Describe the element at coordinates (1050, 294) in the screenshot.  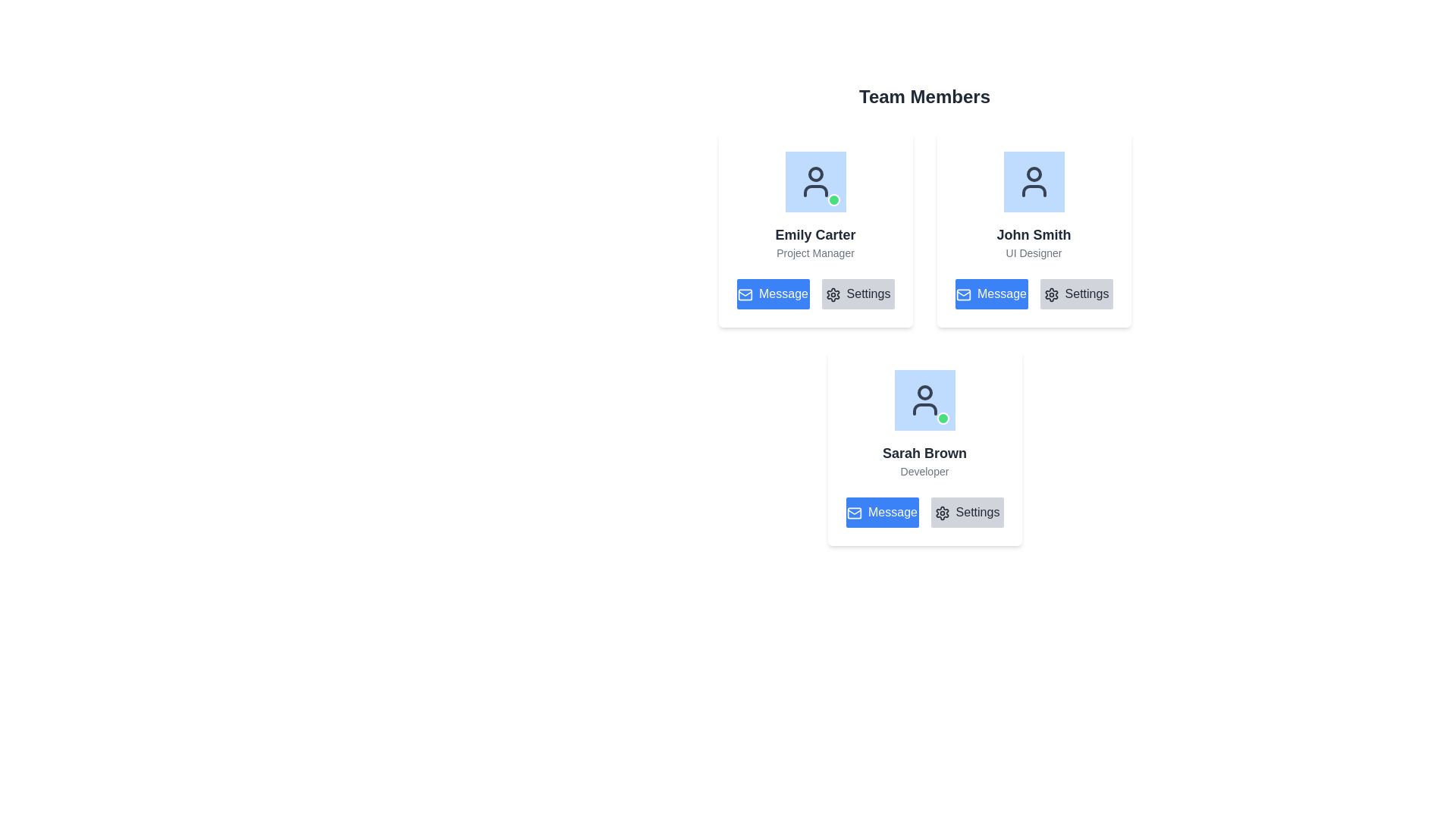
I see `the cogwheel icon within the 'Settings' button located beneath the profile card titled 'John Smith - UI Designer'` at that location.